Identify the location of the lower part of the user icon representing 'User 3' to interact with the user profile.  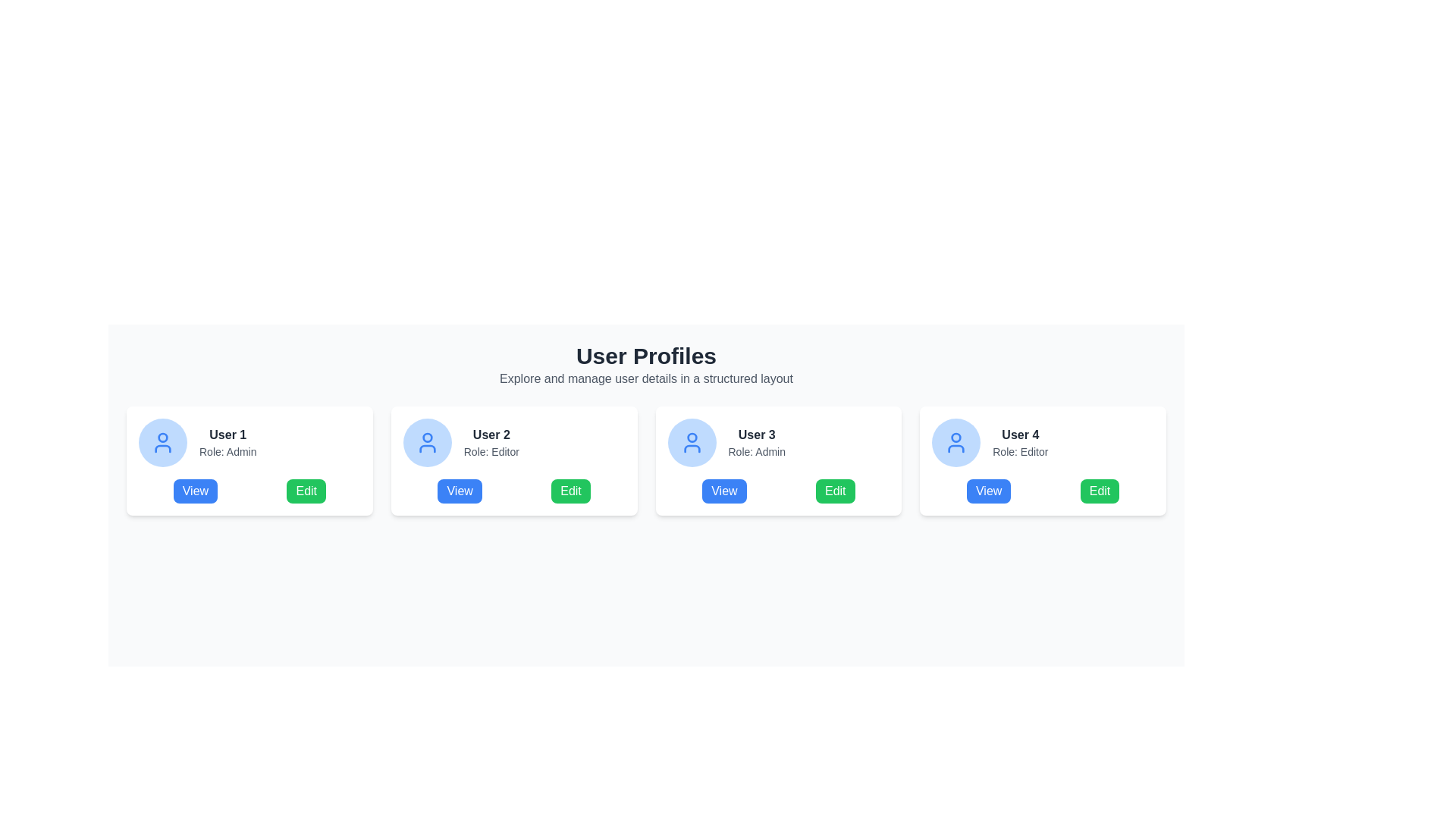
(691, 447).